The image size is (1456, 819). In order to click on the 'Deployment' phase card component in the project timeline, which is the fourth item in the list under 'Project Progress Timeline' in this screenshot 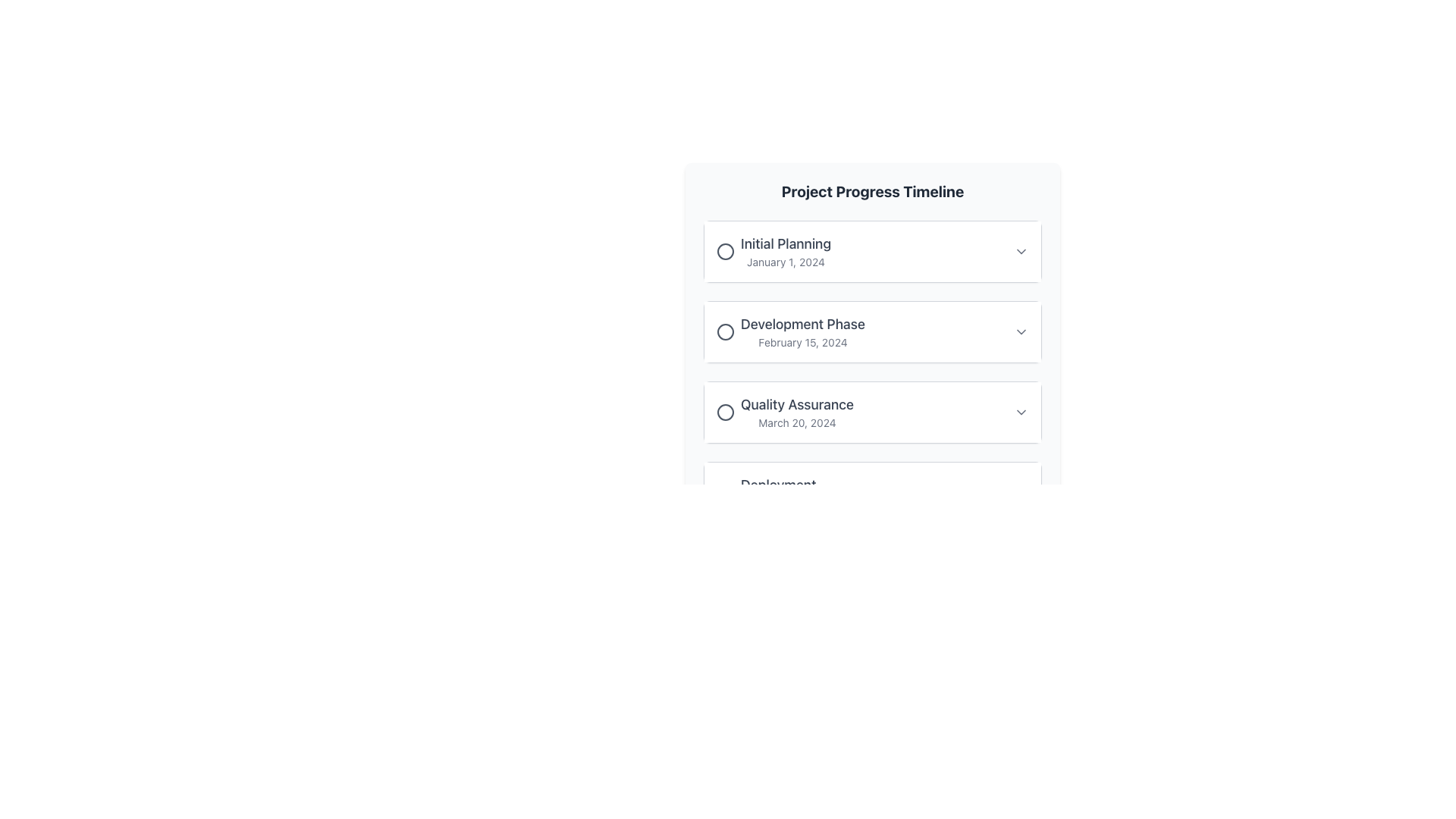, I will do `click(873, 493)`.